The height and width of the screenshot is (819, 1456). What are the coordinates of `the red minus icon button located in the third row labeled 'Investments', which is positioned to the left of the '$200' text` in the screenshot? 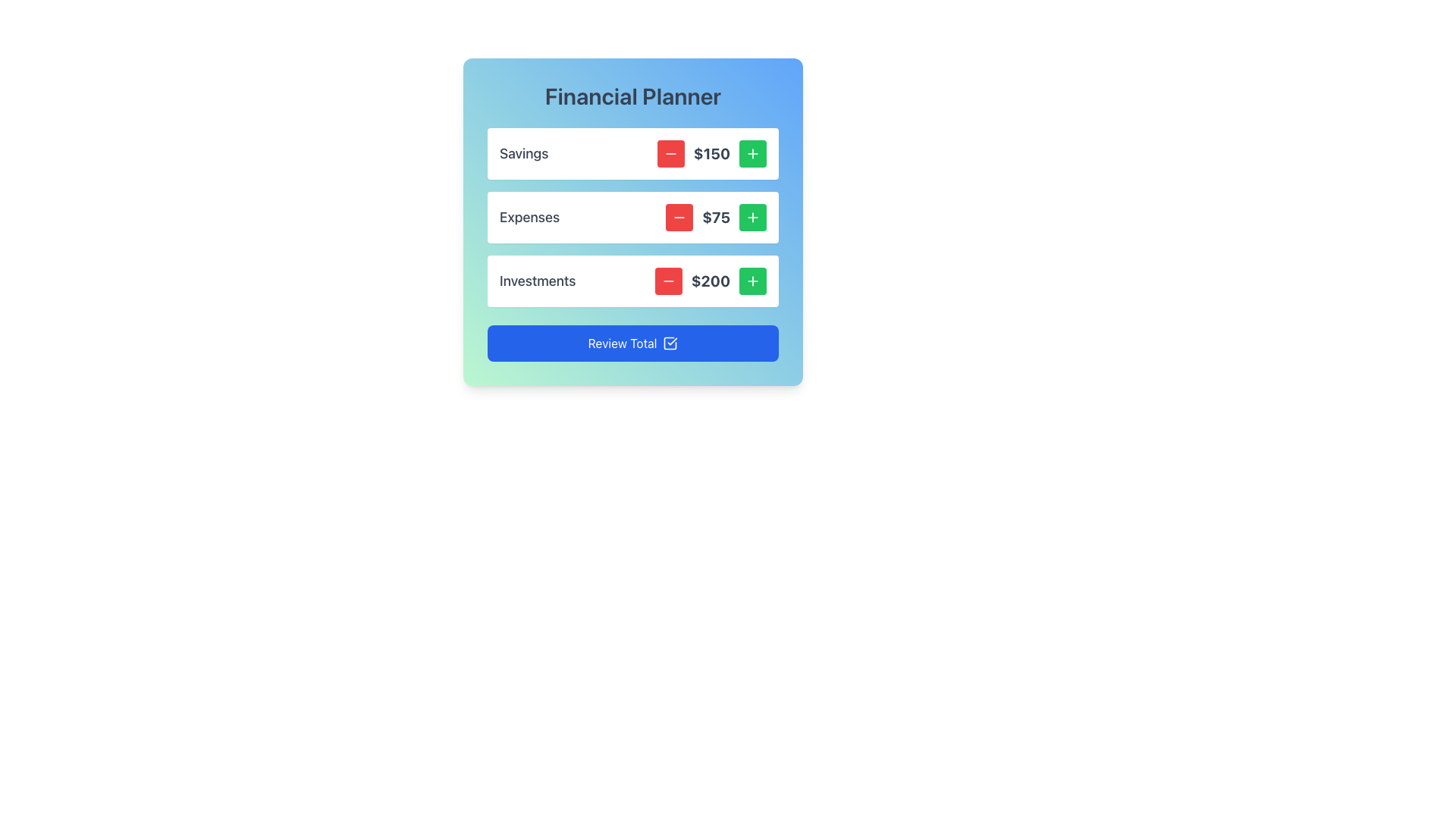 It's located at (667, 281).